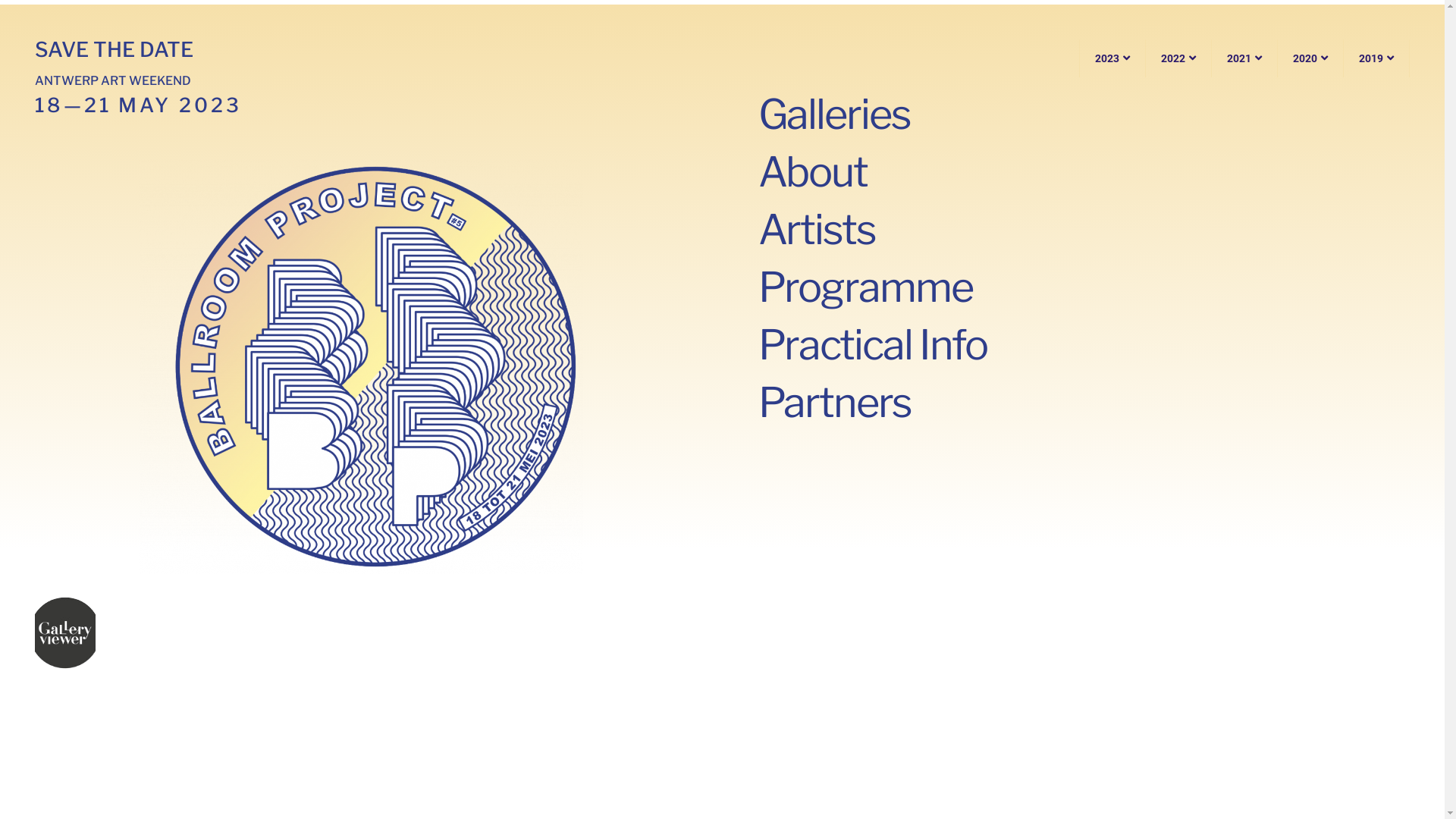 This screenshot has height=819, width=1456. I want to click on 'About', so click(811, 171).